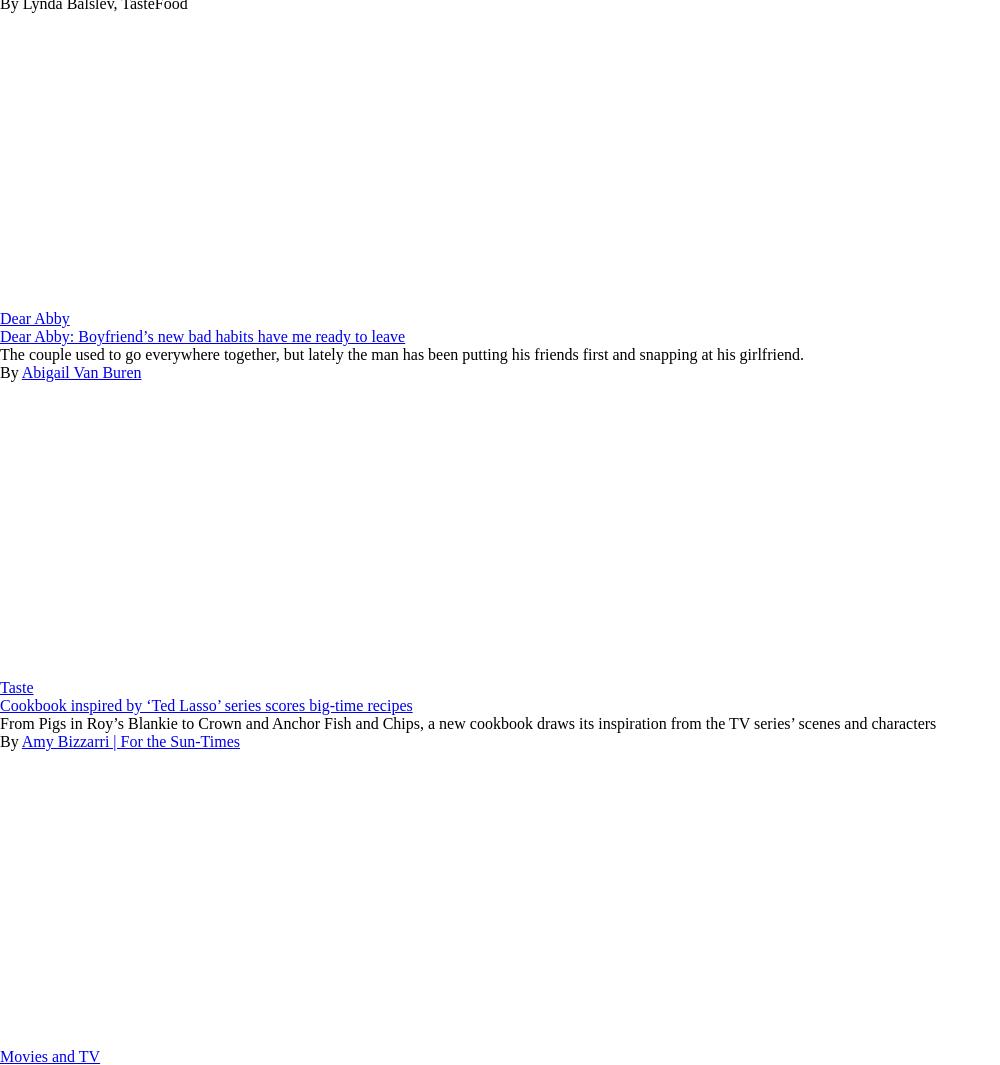 Image resolution: width=1000 pixels, height=1065 pixels. Describe the element at coordinates (50, 1056) in the screenshot. I see `'Movies and TV'` at that location.